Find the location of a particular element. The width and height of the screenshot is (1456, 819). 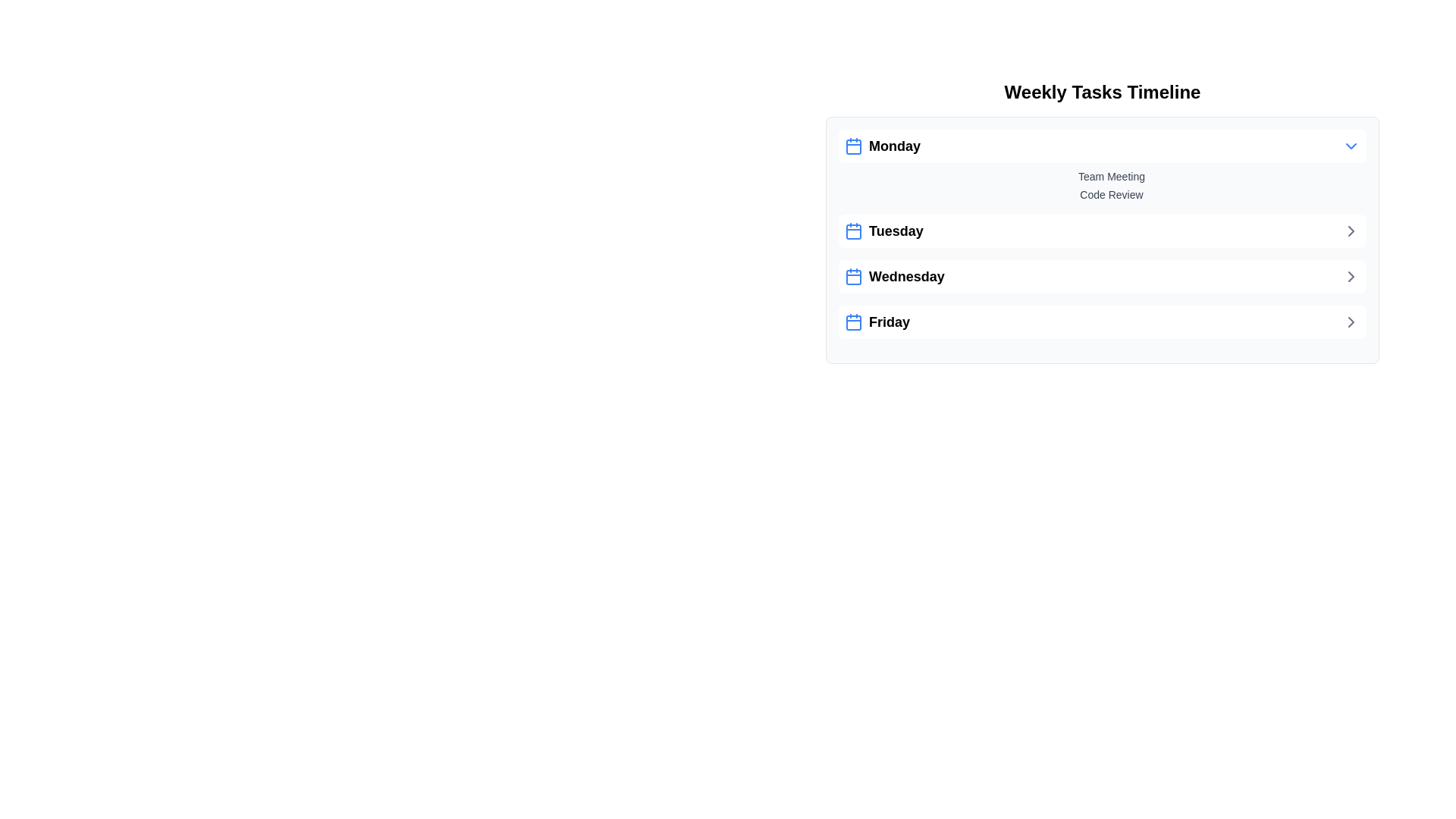

the filled rectangle within the calendar icon SVG that highlights a key date or active state is located at coordinates (854, 278).